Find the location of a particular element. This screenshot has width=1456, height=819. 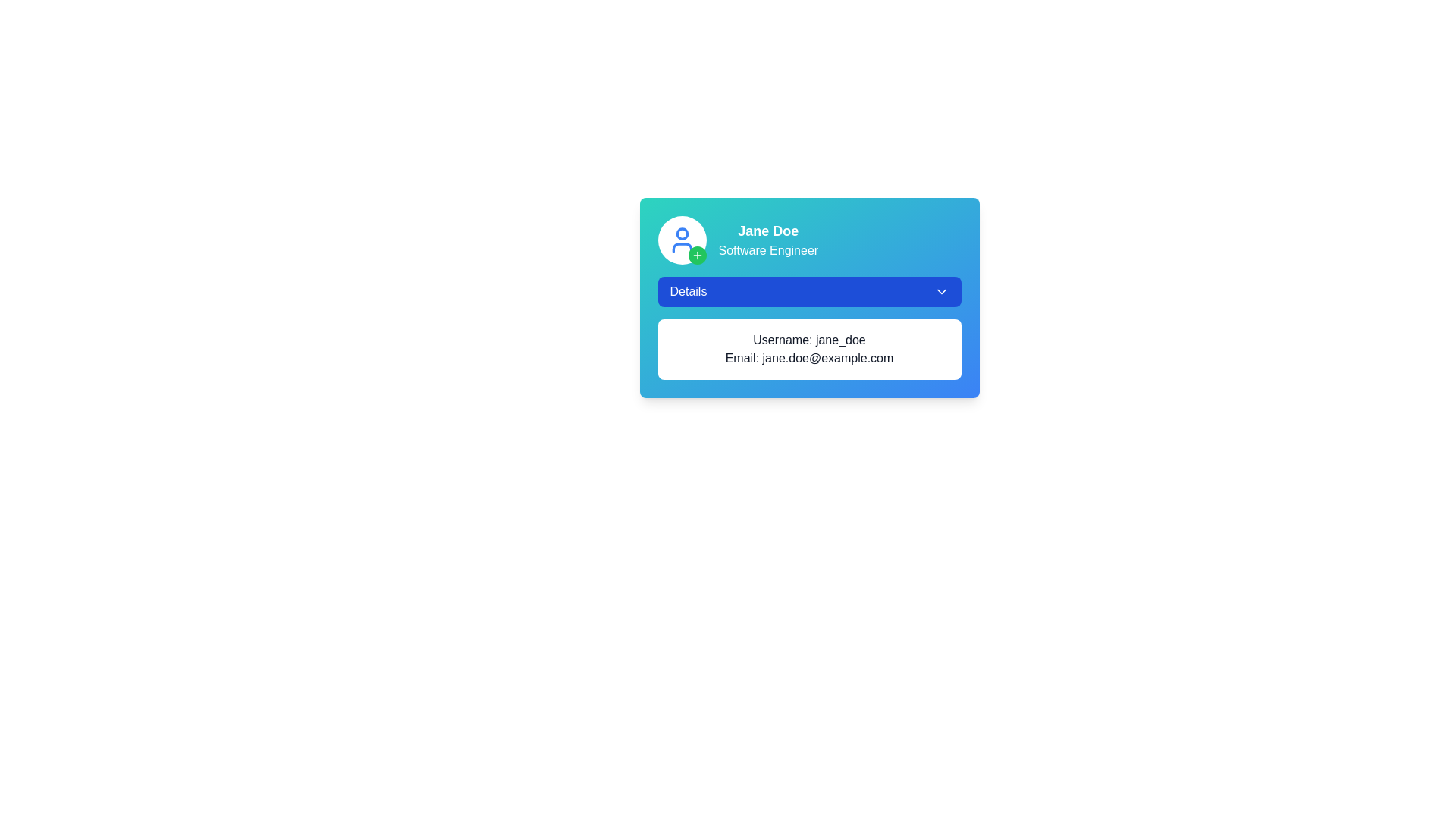

email address displayed in the text label located below the 'Username: jane_doe' text line within the white box on the blue card is located at coordinates (808, 359).